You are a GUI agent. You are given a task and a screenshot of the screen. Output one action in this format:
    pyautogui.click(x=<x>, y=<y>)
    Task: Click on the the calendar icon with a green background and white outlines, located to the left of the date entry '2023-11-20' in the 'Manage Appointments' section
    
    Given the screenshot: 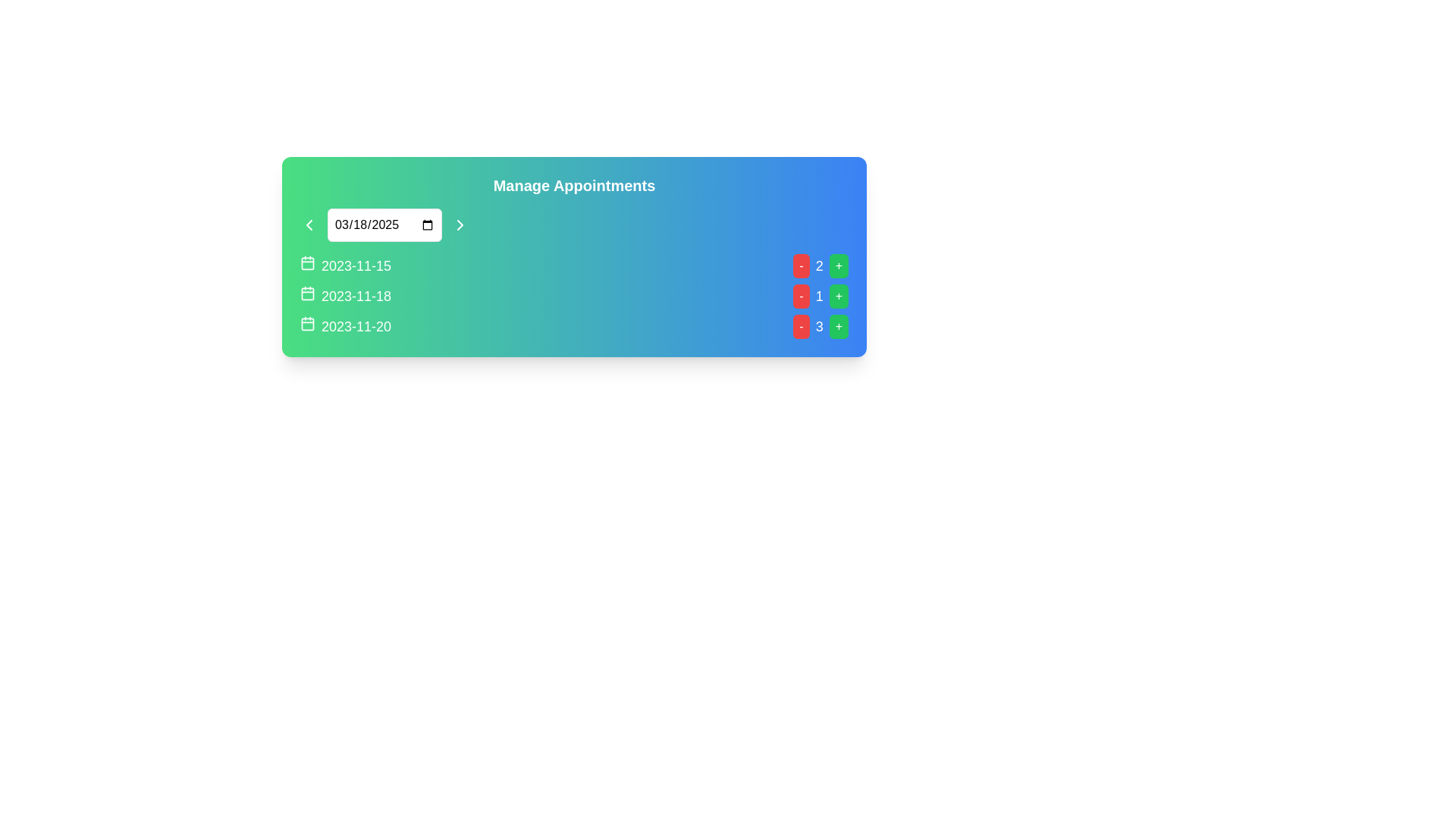 What is the action you would take?
    pyautogui.click(x=307, y=323)
    